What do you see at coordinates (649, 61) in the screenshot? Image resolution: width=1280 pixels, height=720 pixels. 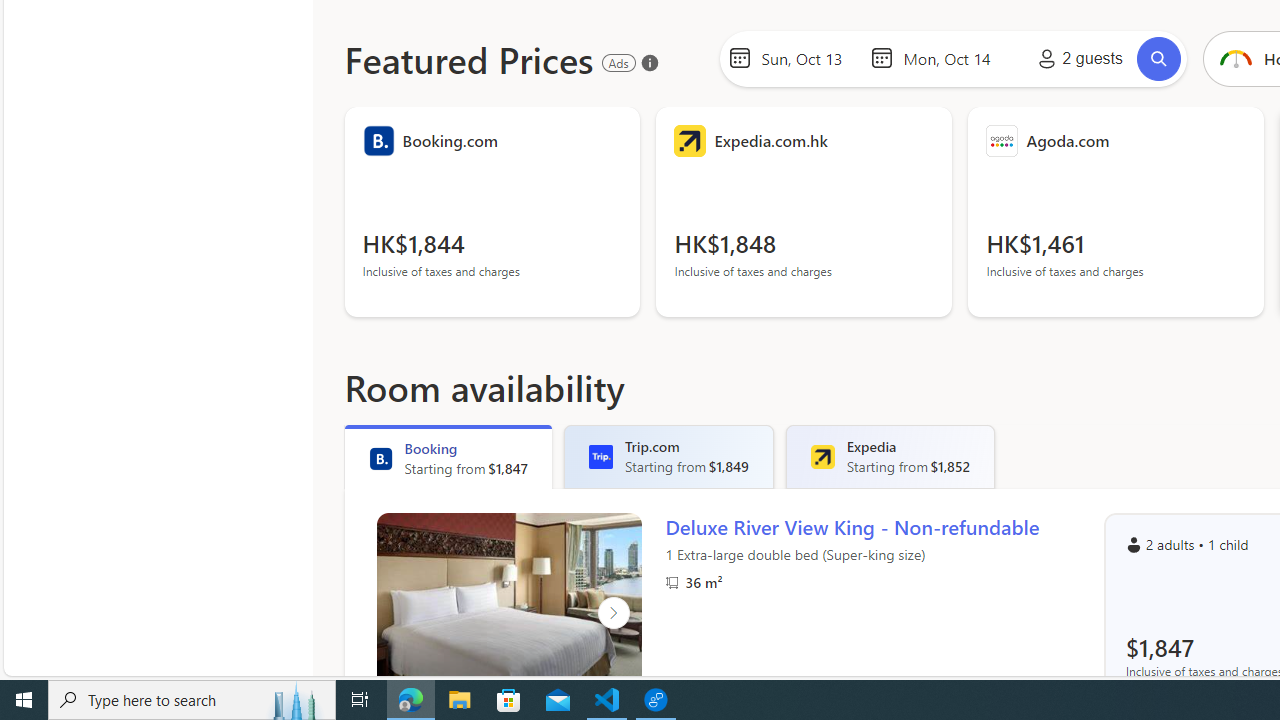 I see `'About our ads'` at bounding box center [649, 61].